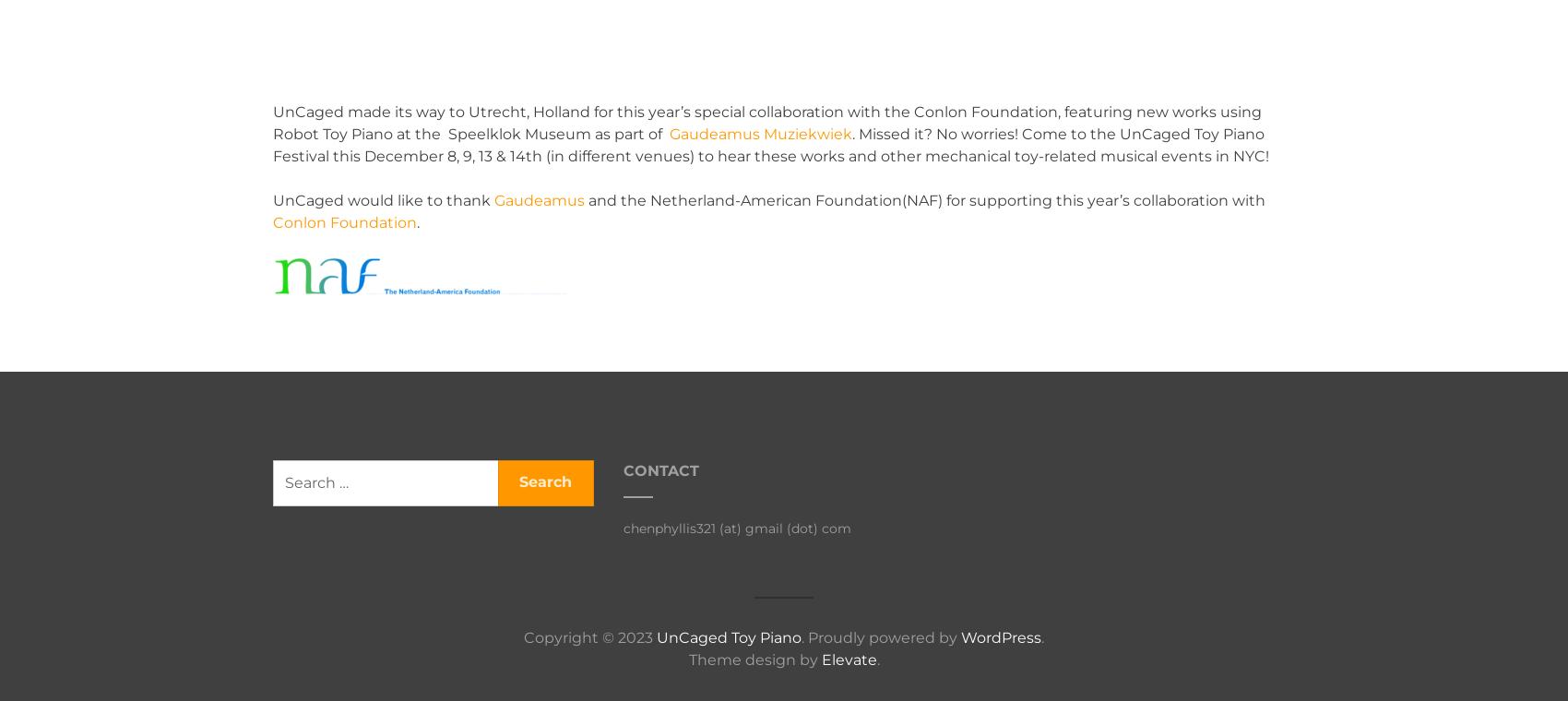 The image size is (1568, 701). What do you see at coordinates (344, 221) in the screenshot?
I see `'Conlon Foundation'` at bounding box center [344, 221].